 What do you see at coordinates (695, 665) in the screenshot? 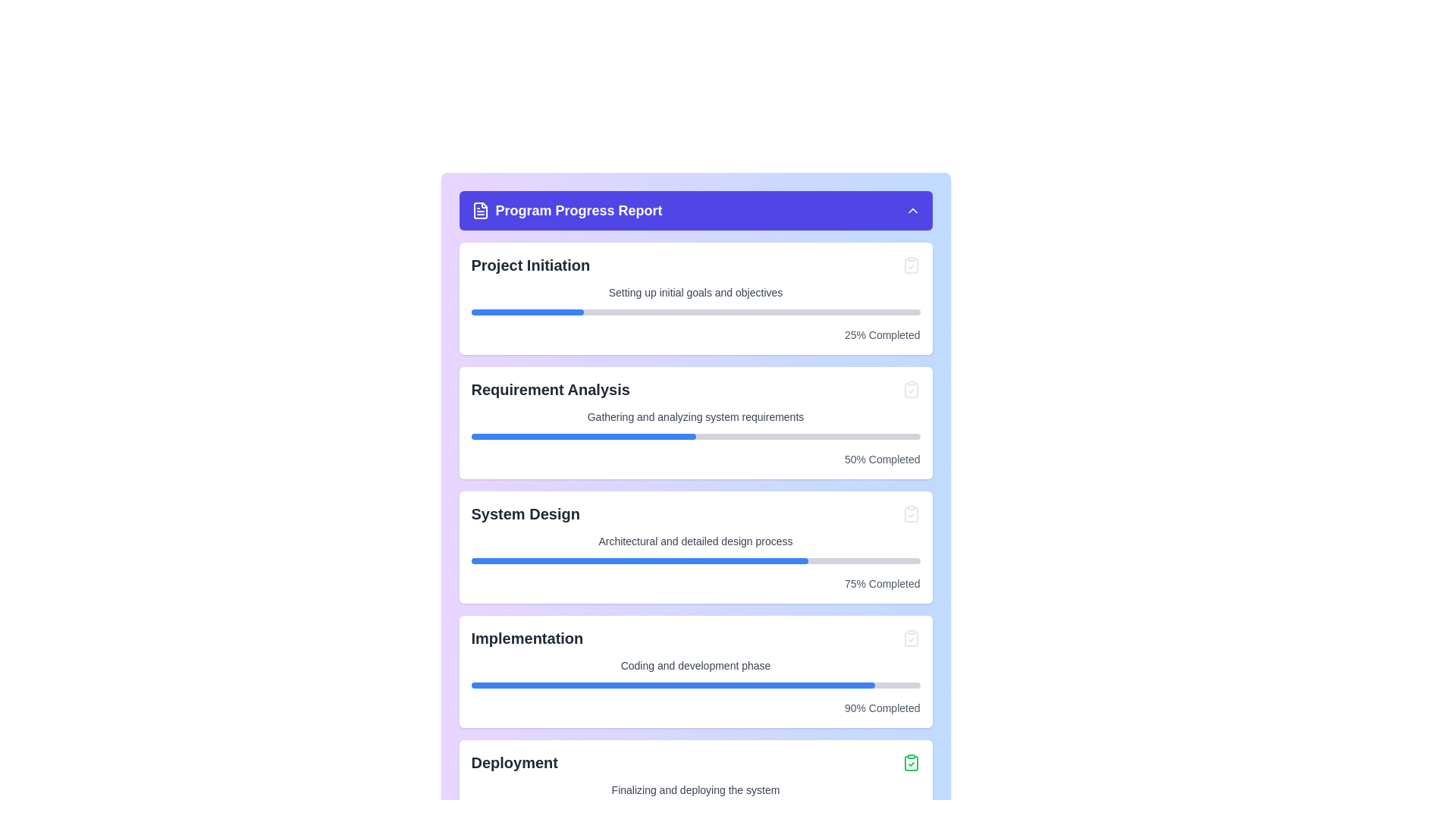
I see `the descriptive subtitle located in the 'Implementation' section, positioned below its title and a graphical progress bar, but above the numeric completion percentage` at bounding box center [695, 665].